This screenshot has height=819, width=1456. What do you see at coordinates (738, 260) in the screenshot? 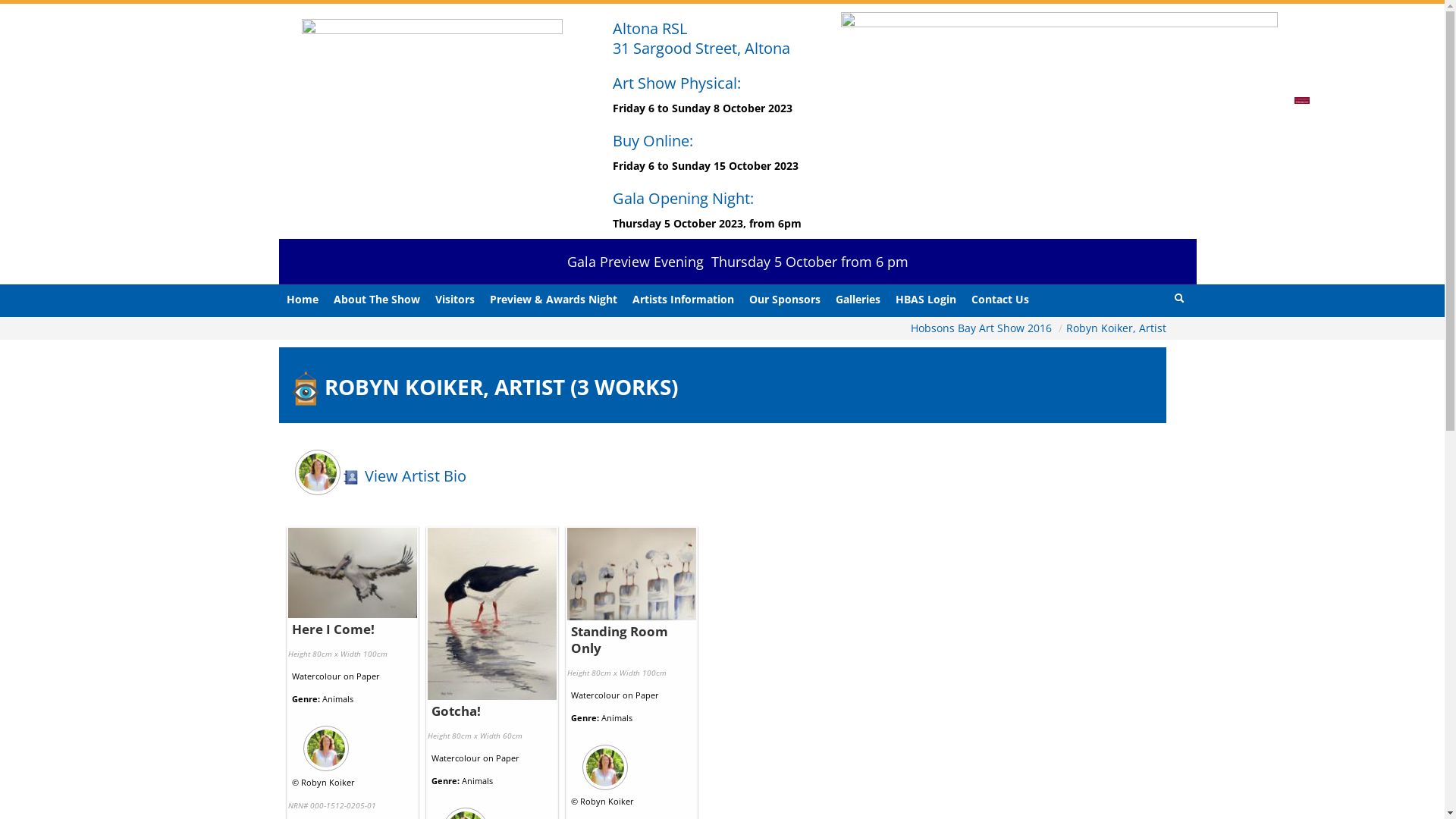
I see `'Gala Preview Evening  Thursday 5 October from 6 pm'` at bounding box center [738, 260].